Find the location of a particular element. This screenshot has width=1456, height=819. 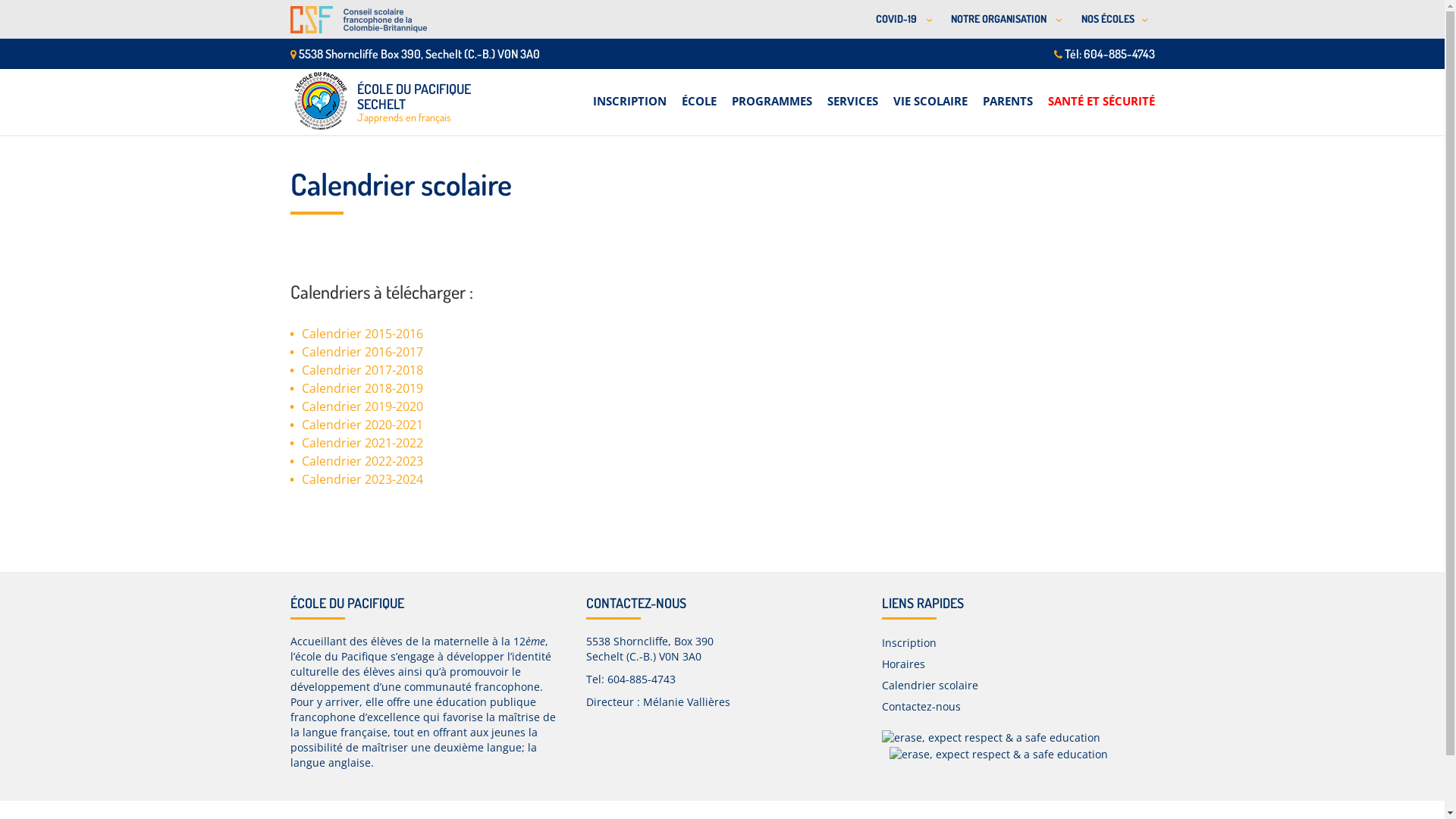

'SERVICES' is located at coordinates (852, 93).